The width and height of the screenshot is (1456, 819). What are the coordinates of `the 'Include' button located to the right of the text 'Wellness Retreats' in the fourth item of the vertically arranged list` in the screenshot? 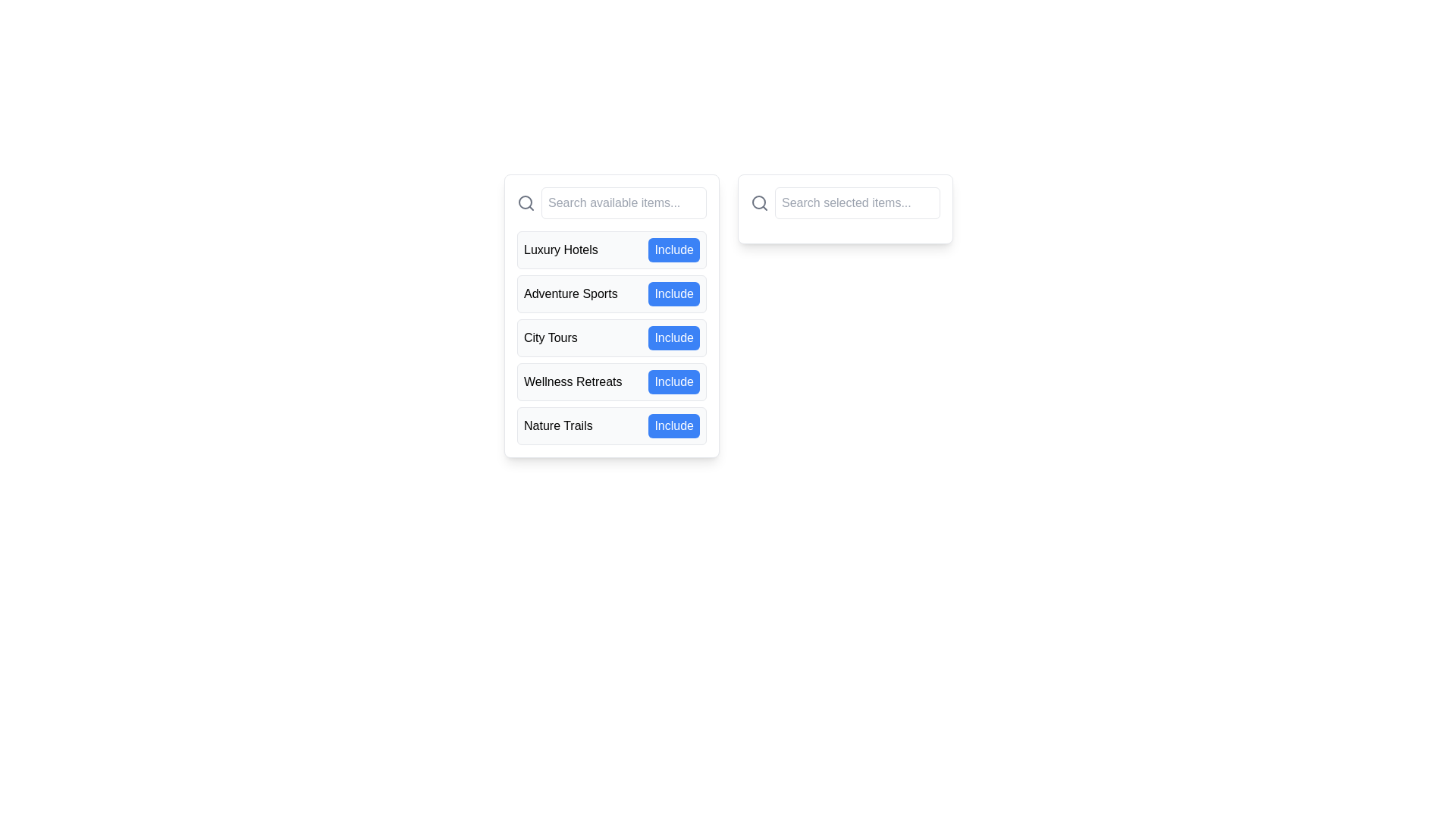 It's located at (673, 381).